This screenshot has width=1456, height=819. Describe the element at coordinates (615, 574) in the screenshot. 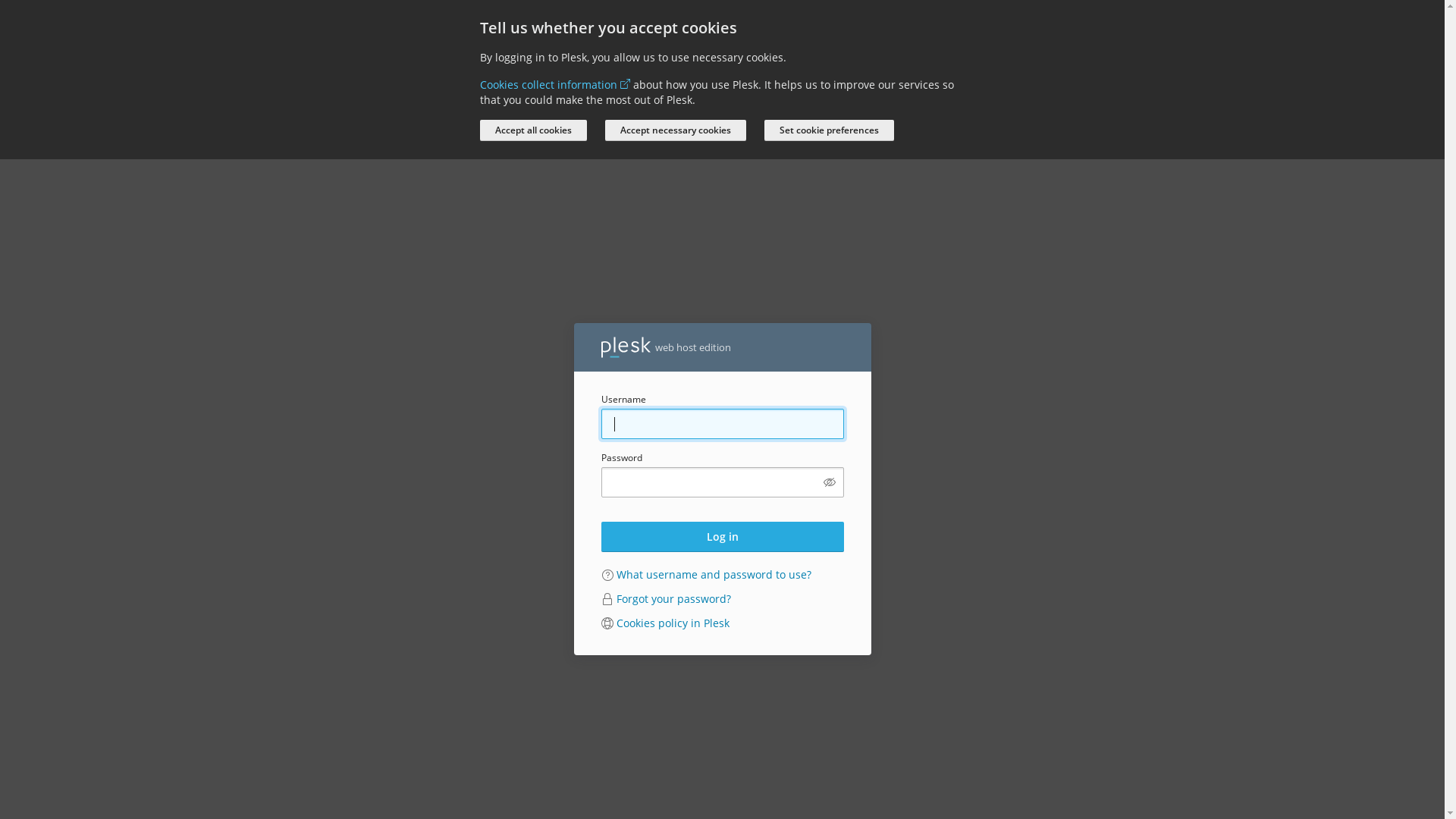

I see `'What username and password to use?'` at that location.